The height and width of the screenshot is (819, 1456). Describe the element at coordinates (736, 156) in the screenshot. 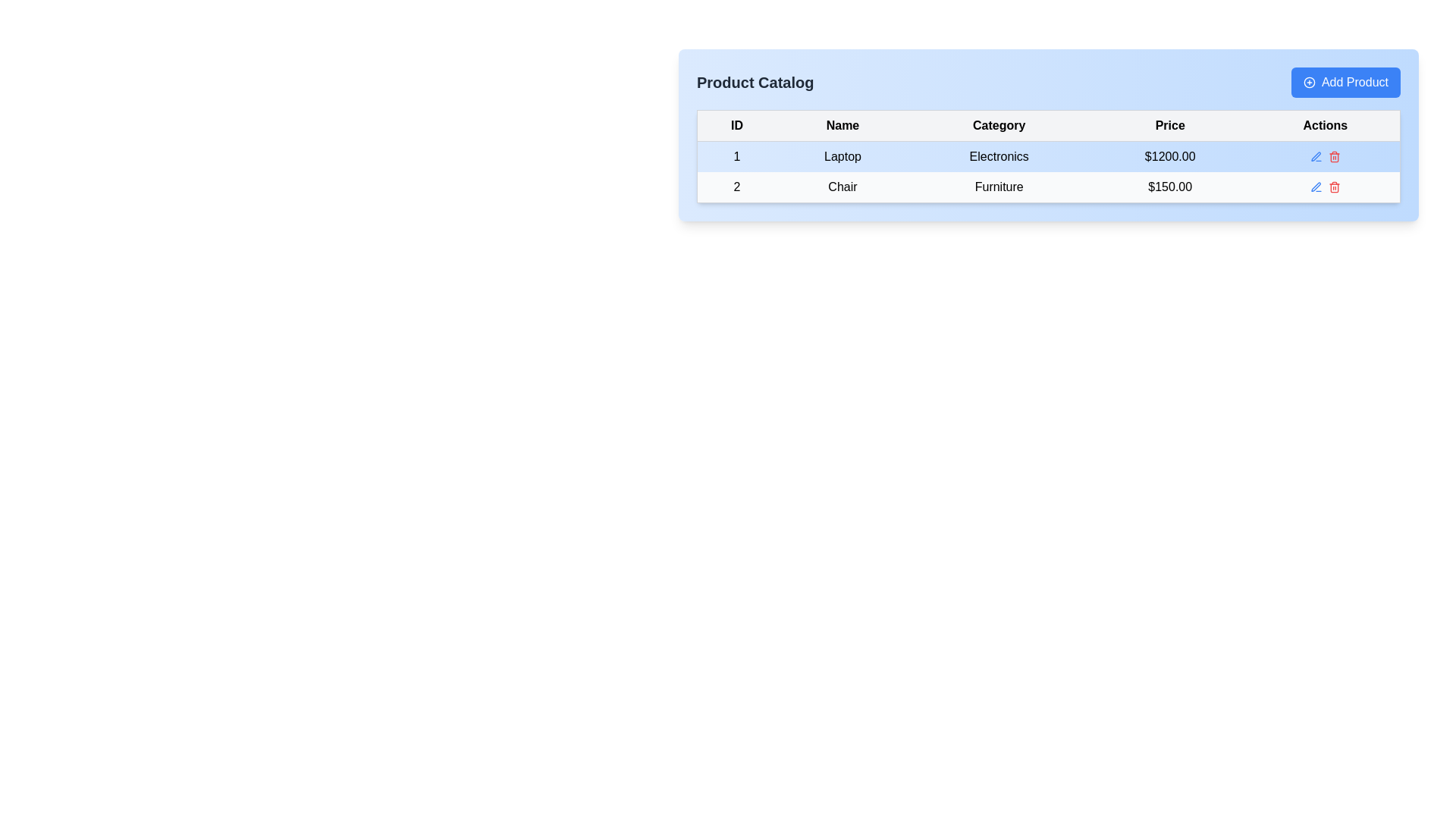

I see `the static text label displaying the digit '1', which is located under the heading 'ID' in the table layout` at that location.